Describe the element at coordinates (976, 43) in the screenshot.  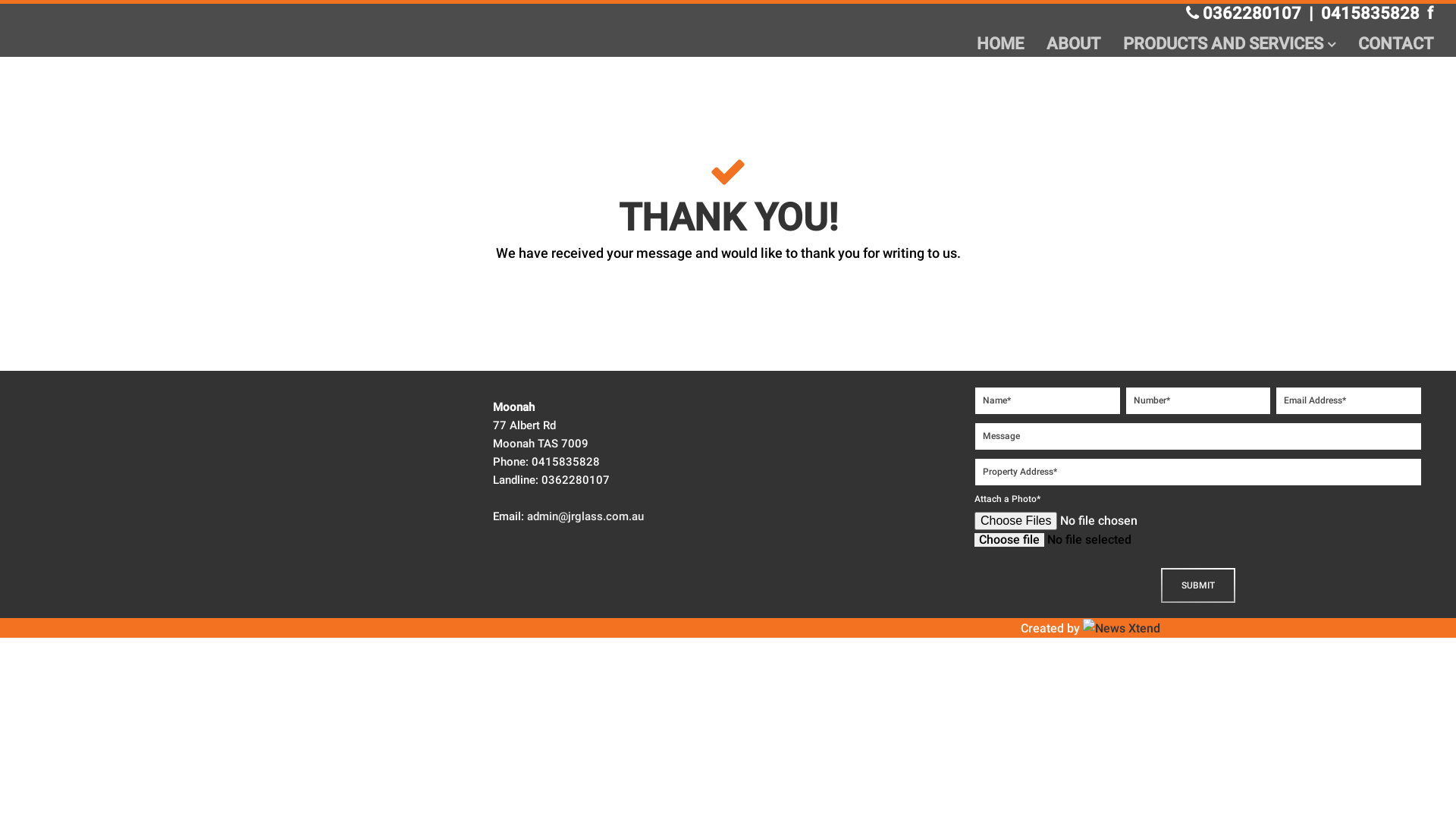
I see `'HOME'` at that location.